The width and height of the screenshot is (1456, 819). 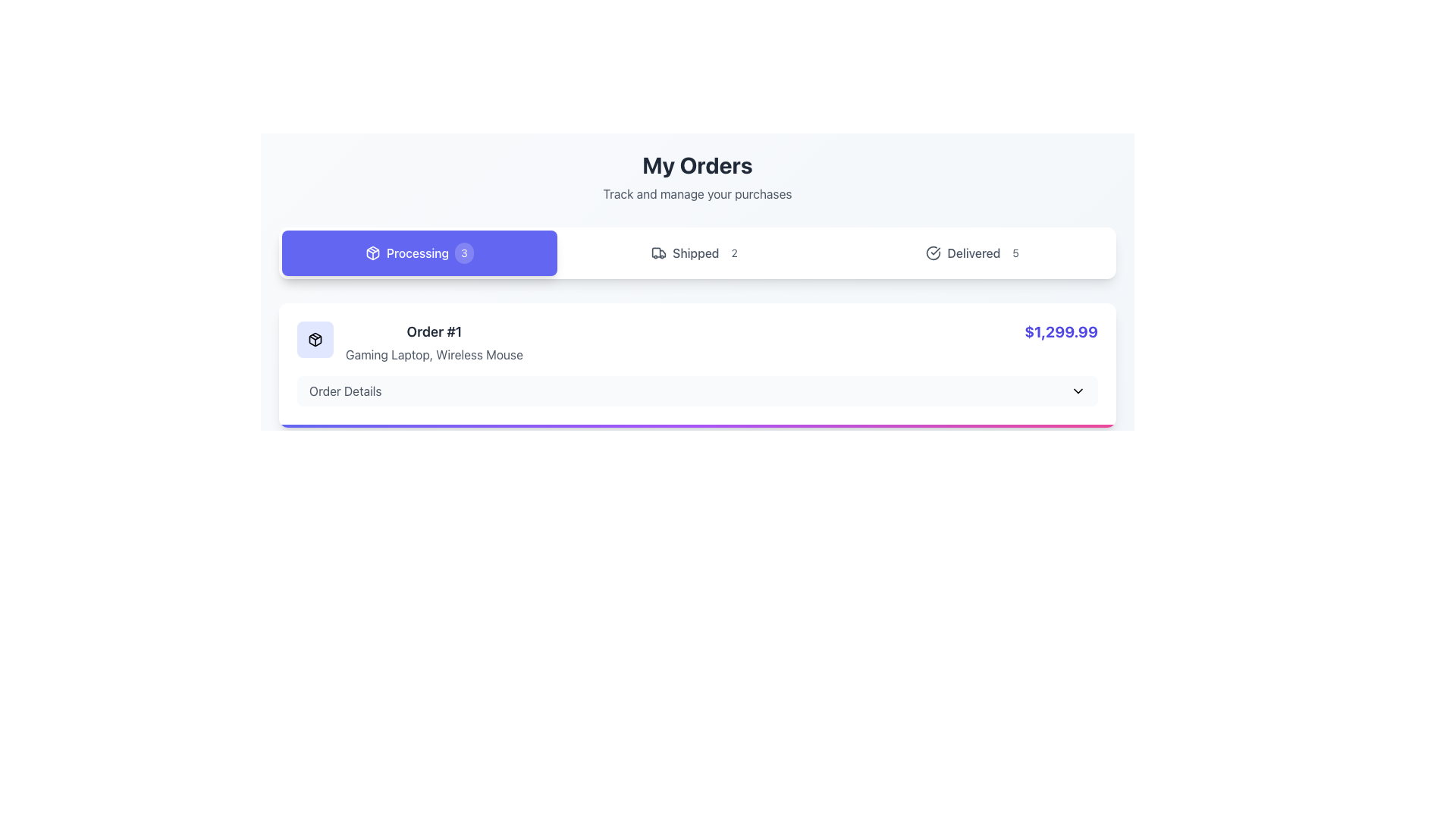 I want to click on the 'Shipped' status in the Status navigation panel, so click(x=697, y=253).